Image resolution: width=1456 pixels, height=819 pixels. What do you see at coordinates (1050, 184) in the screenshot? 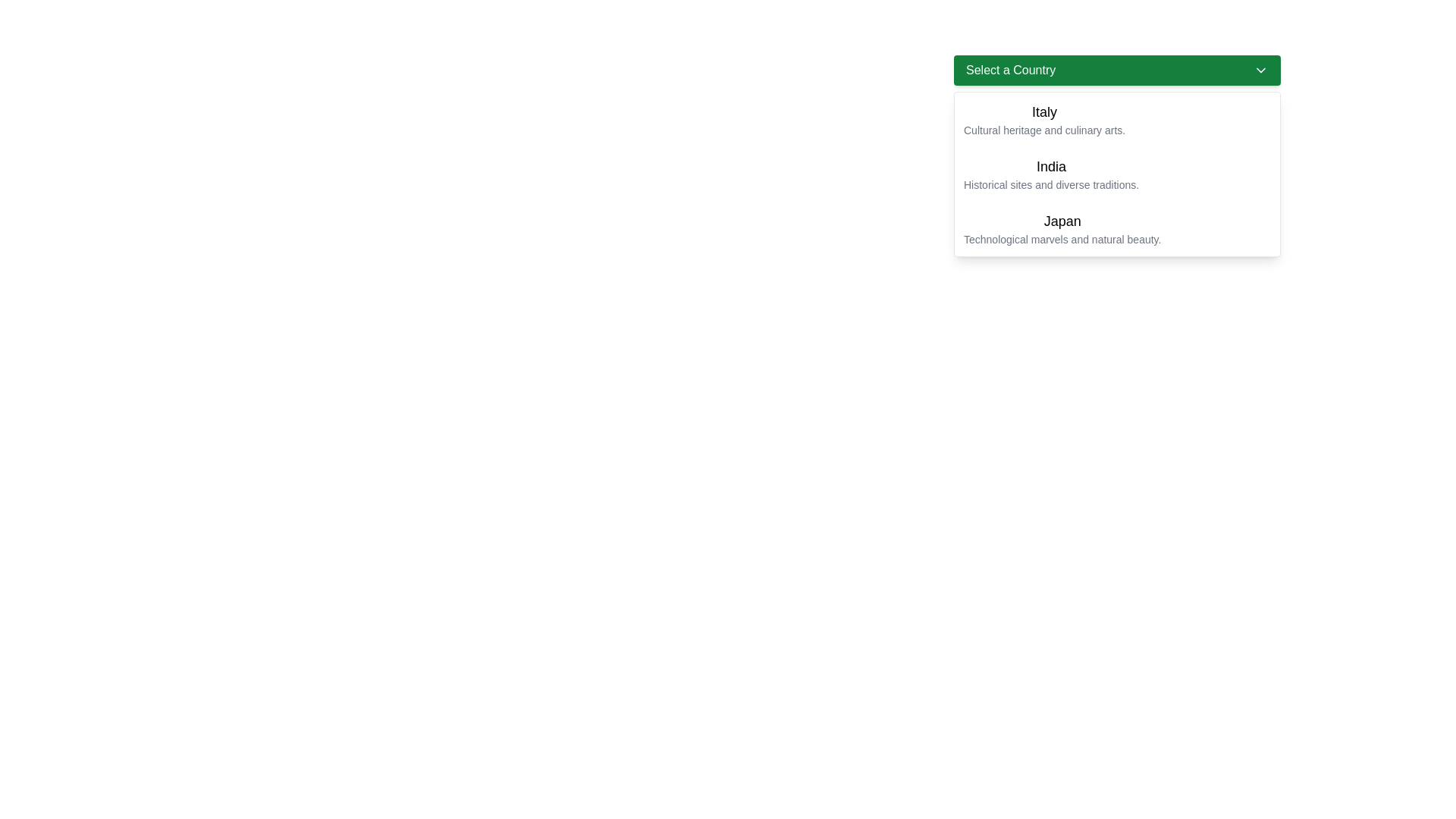
I see `supplementary information text display about the 'India' option located within the dropdown menu under the green header 'Select a Country', positioned directly below 'India'` at bounding box center [1050, 184].